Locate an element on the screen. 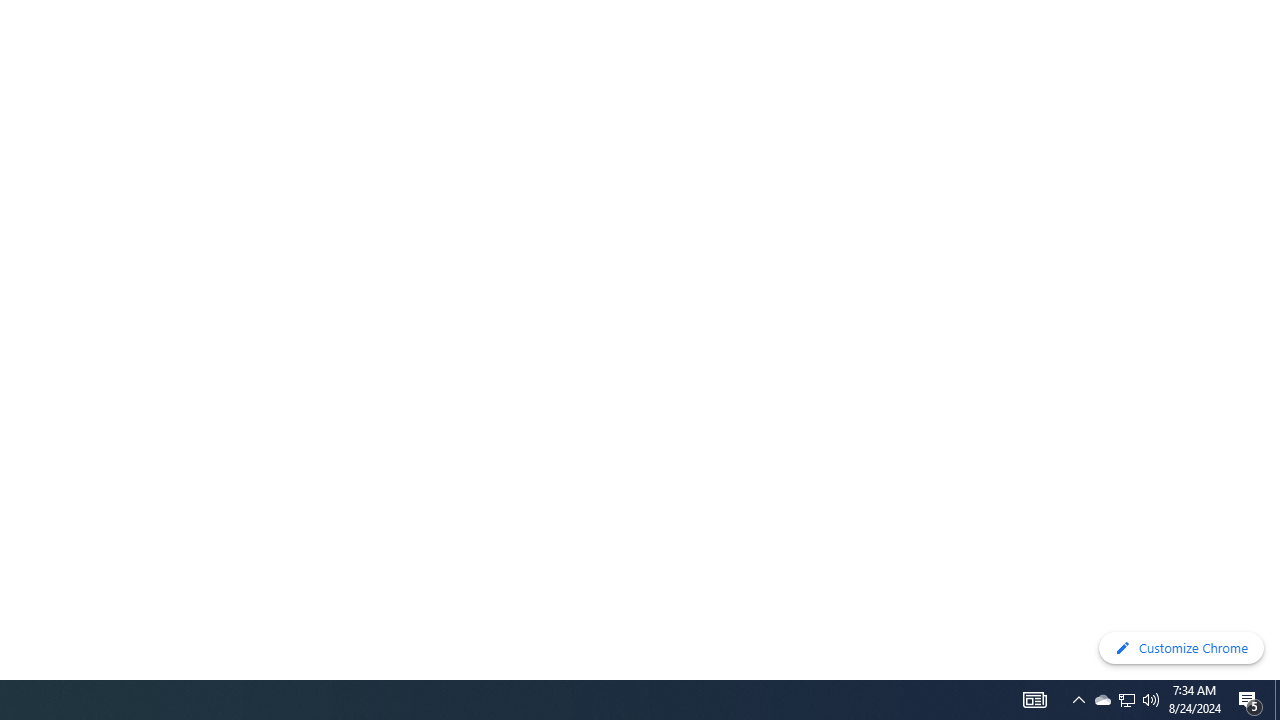  'Customize Chrome' is located at coordinates (1181, 648).